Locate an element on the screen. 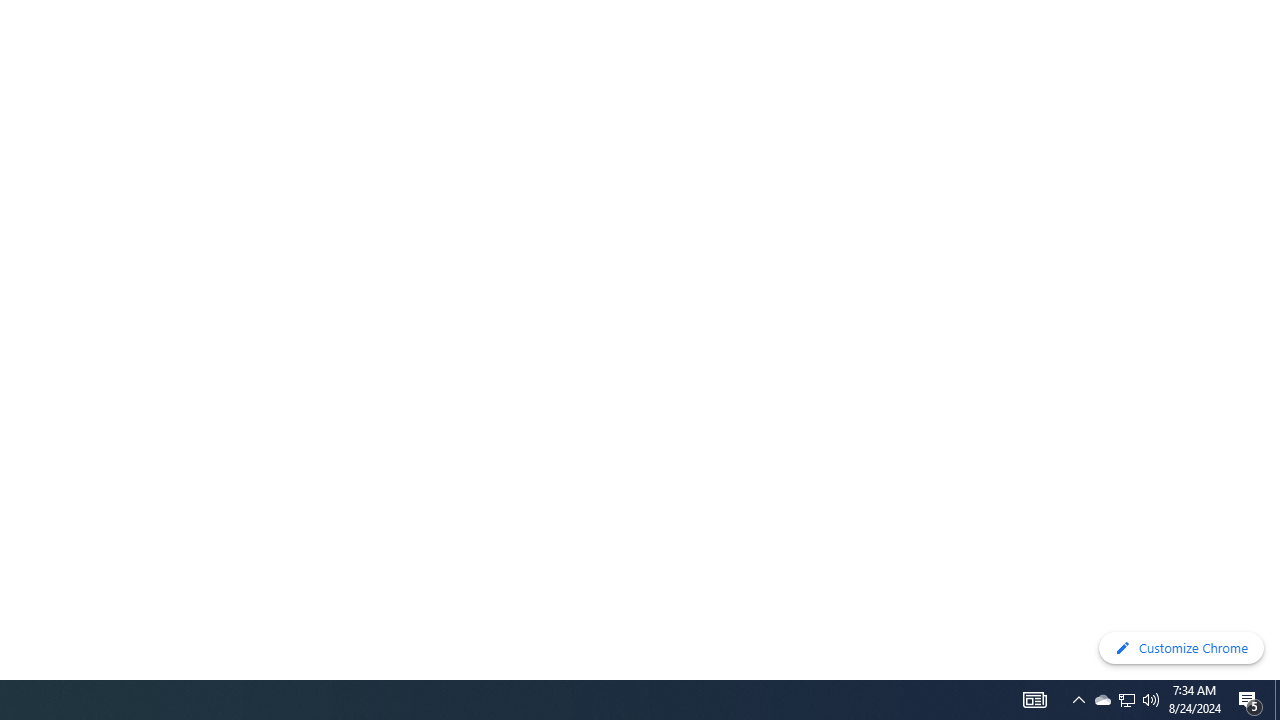  'Customize Chrome' is located at coordinates (1181, 648).